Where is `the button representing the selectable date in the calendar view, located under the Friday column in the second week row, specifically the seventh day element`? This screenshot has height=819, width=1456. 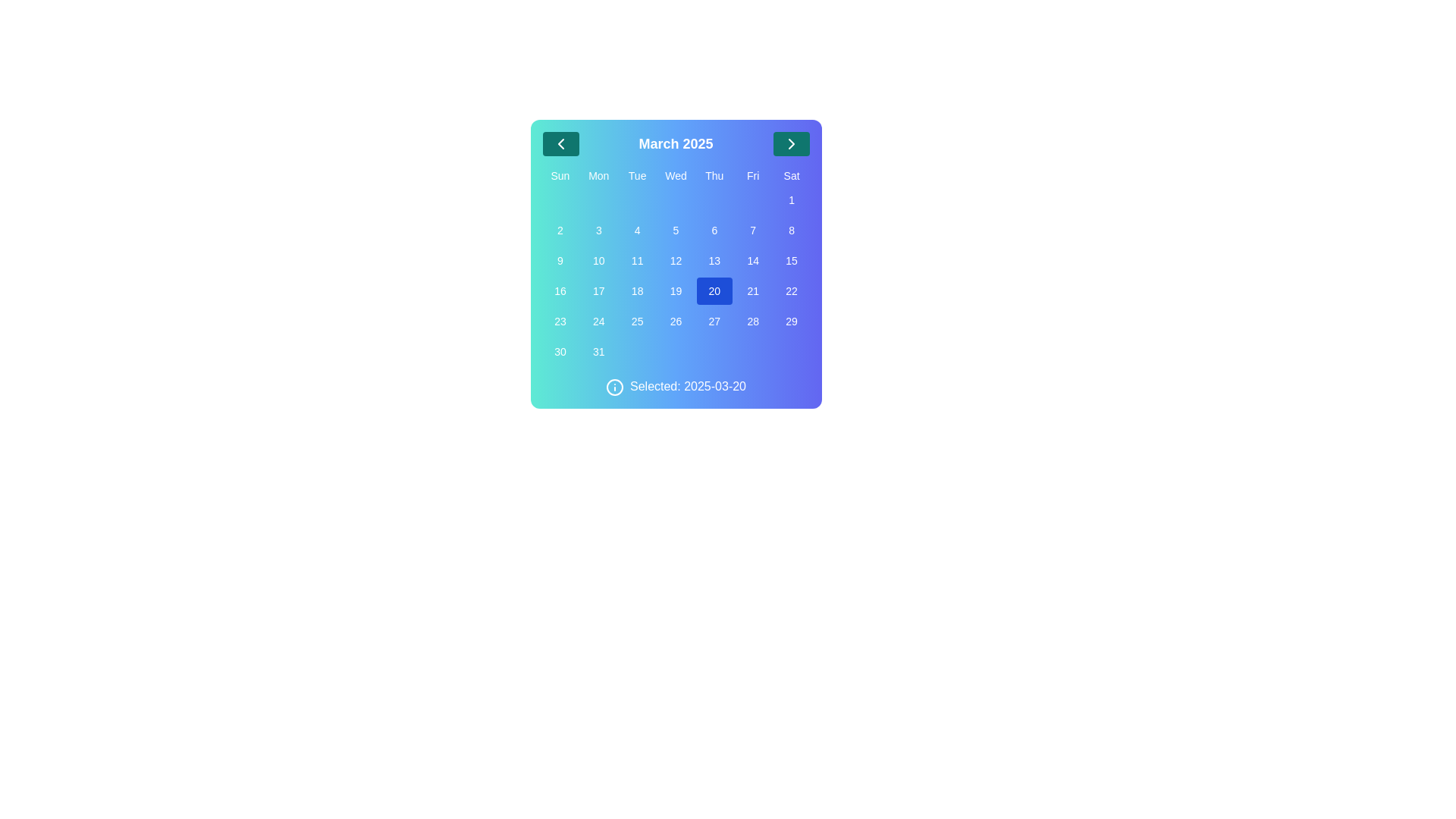 the button representing the selectable date in the calendar view, located under the Friday column in the second week row, specifically the seventh day element is located at coordinates (753, 231).